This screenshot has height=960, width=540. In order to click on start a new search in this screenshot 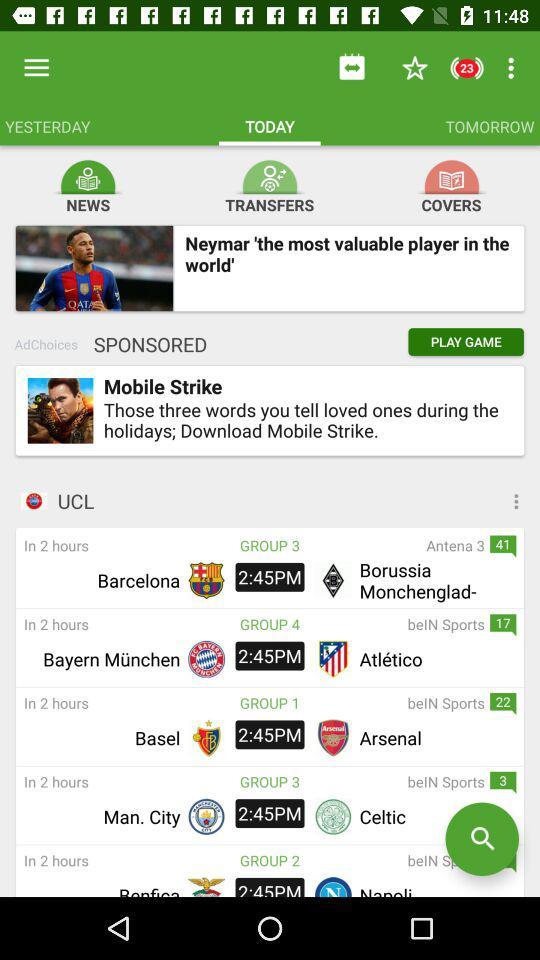, I will do `click(481, 839)`.